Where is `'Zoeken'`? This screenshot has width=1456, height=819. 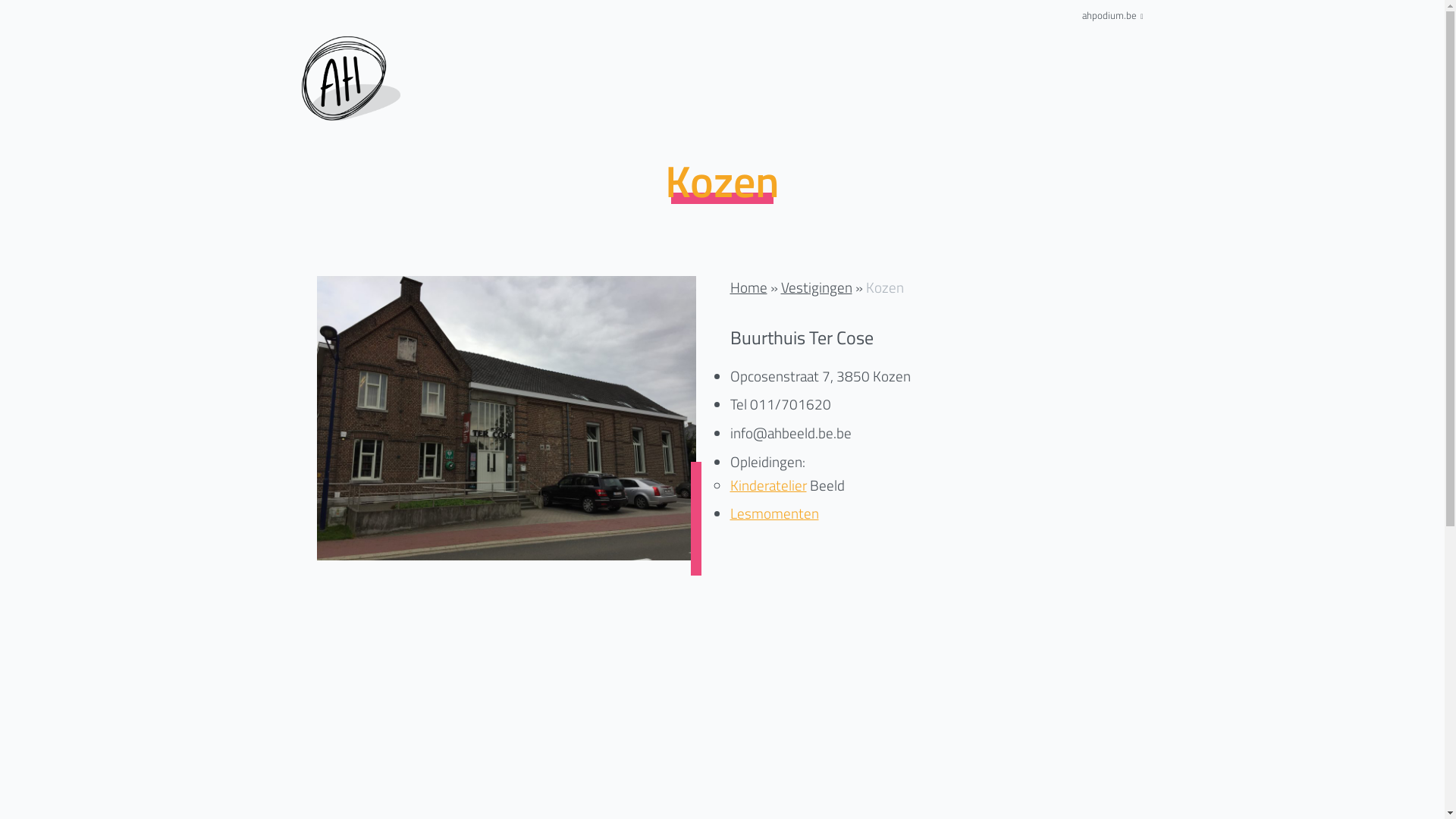
'Zoeken' is located at coordinates (915, 318).